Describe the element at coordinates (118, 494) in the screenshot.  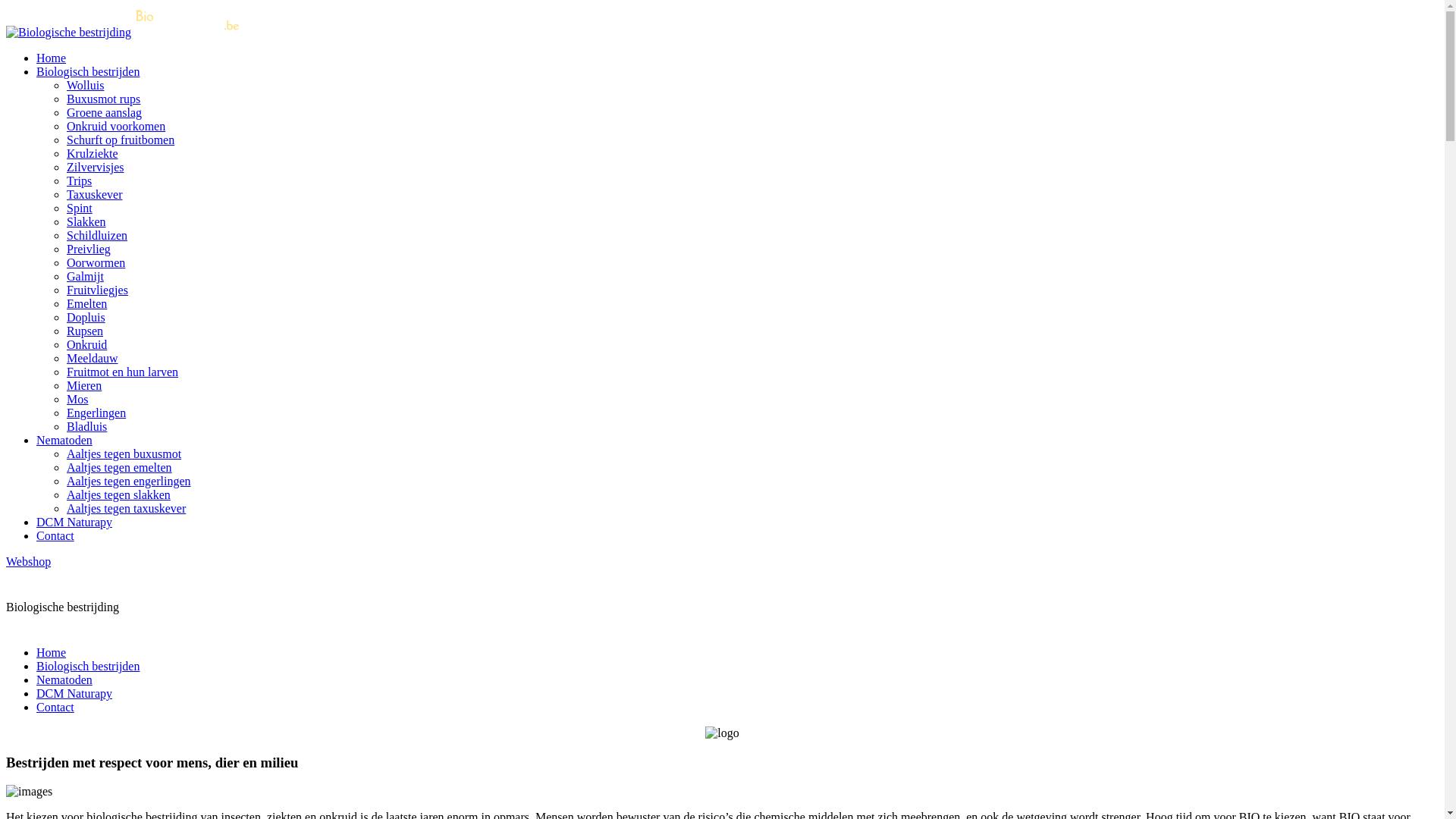
I see `'Aaltjes tegen slakken'` at that location.